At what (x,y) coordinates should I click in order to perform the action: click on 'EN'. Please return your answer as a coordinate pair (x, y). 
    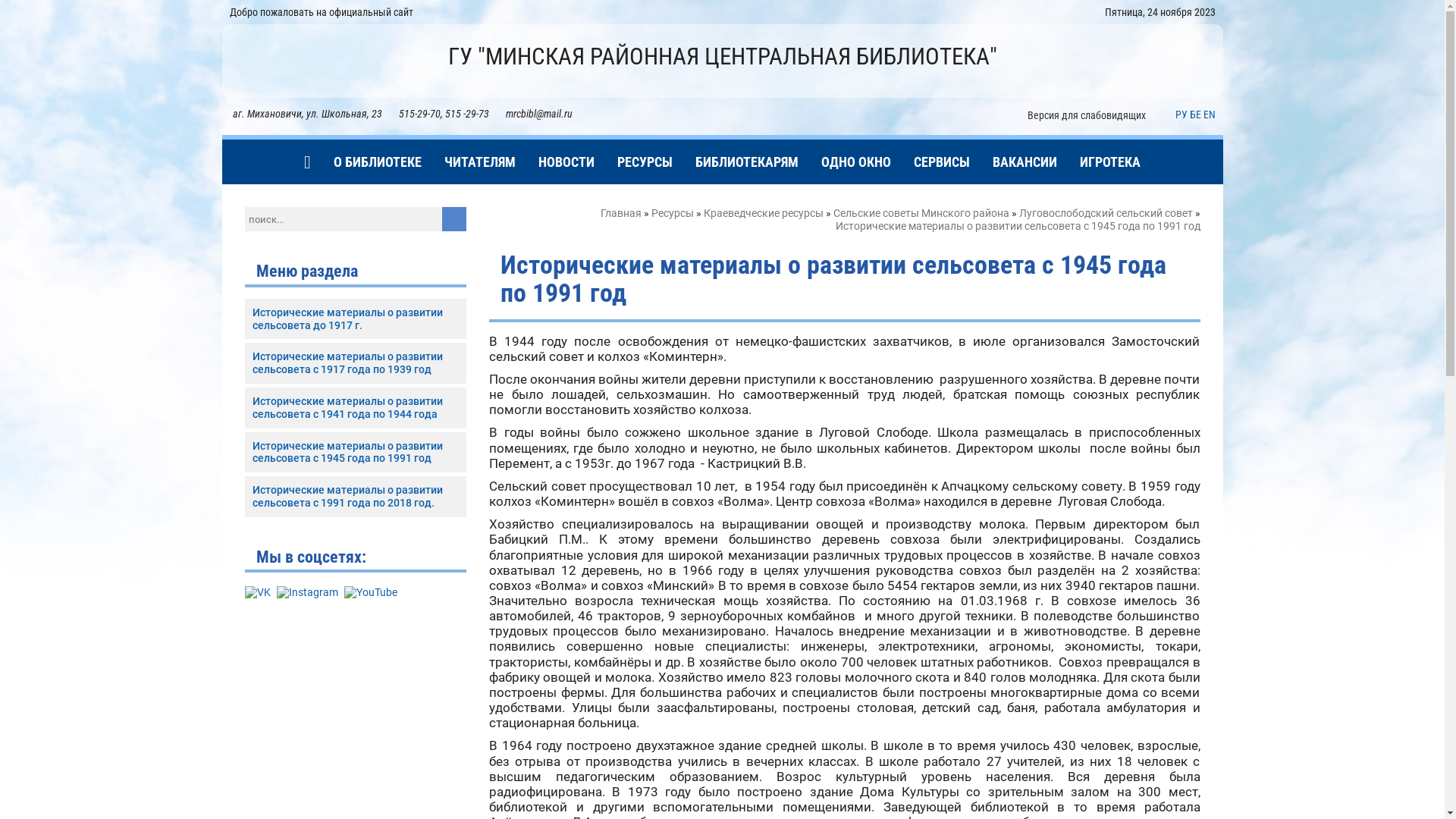
    Looking at the image, I should click on (1201, 113).